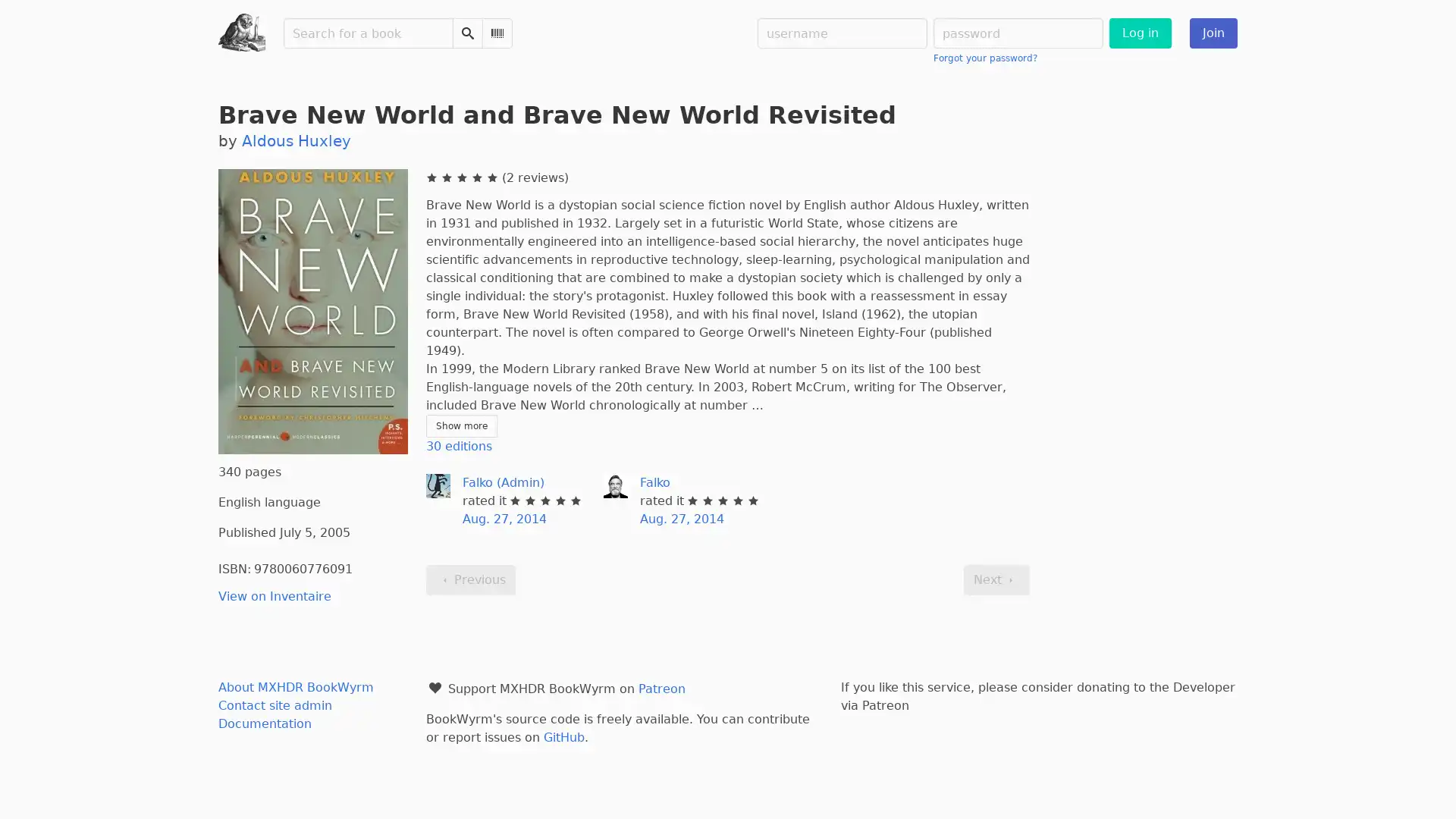 Image resolution: width=1456 pixels, height=819 pixels. What do you see at coordinates (467, 33) in the screenshot?
I see `Search` at bounding box center [467, 33].